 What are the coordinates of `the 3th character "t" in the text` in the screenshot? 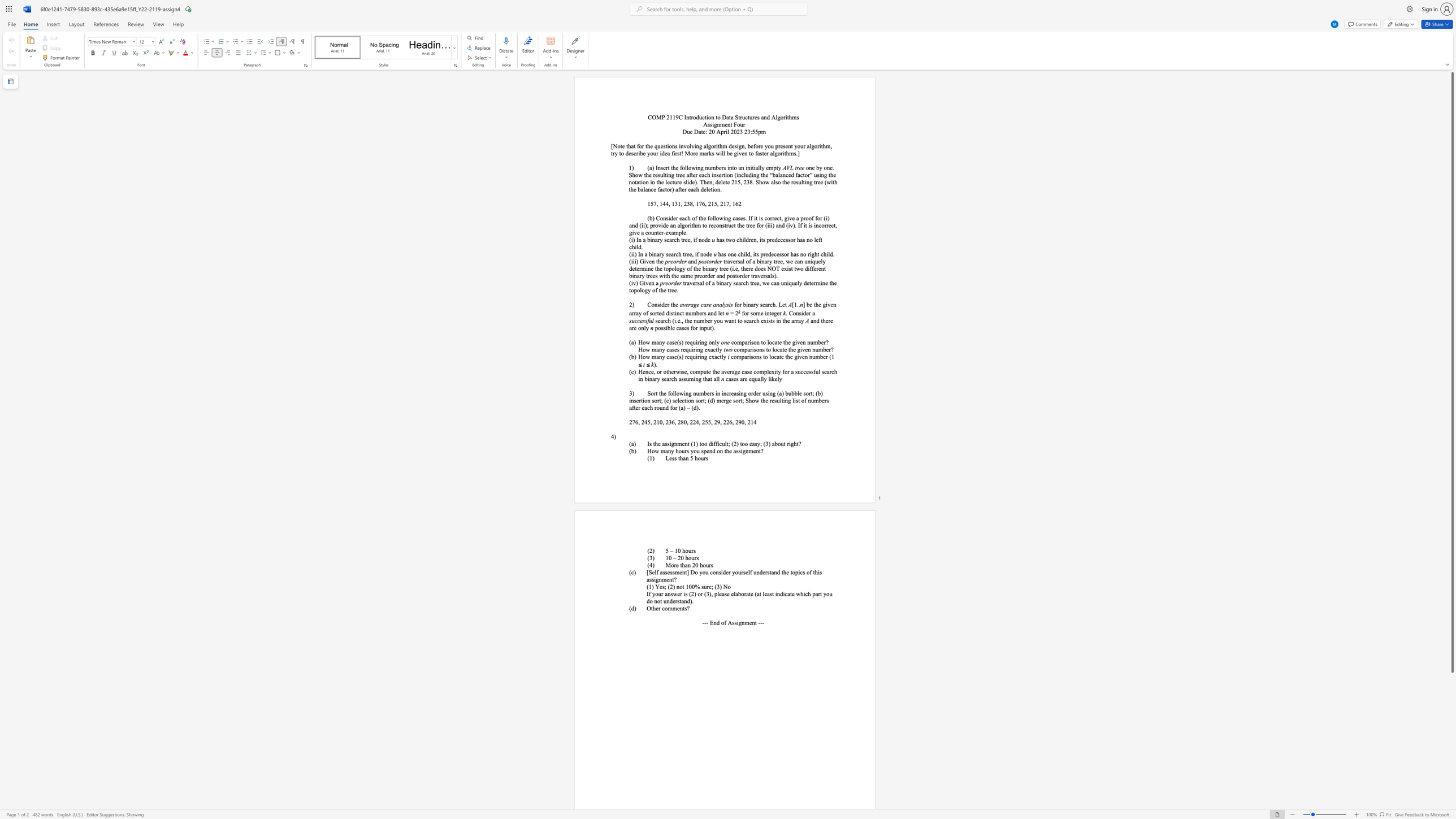 It's located at (733, 167).